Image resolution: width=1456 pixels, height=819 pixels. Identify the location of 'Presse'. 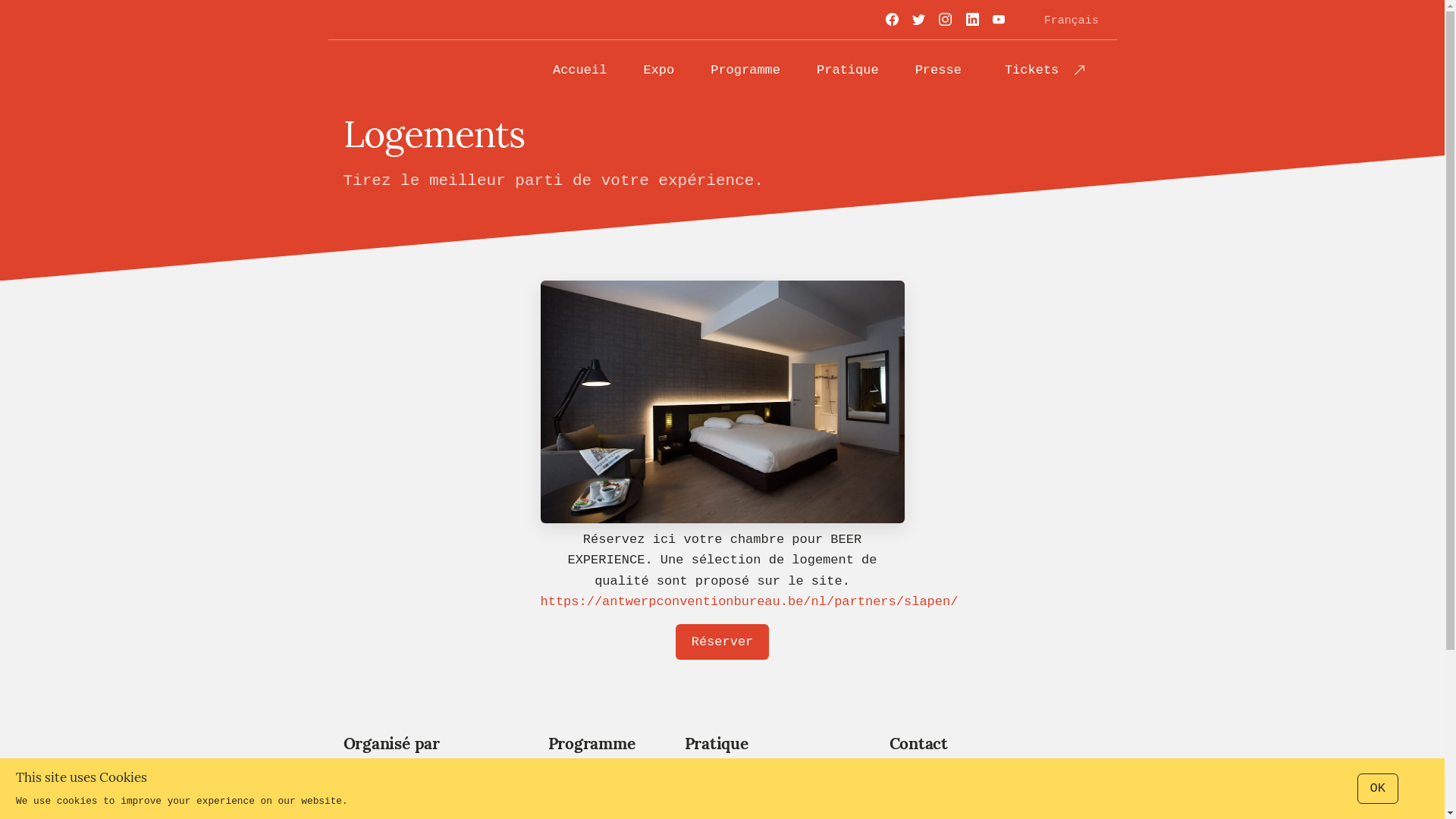
(896, 70).